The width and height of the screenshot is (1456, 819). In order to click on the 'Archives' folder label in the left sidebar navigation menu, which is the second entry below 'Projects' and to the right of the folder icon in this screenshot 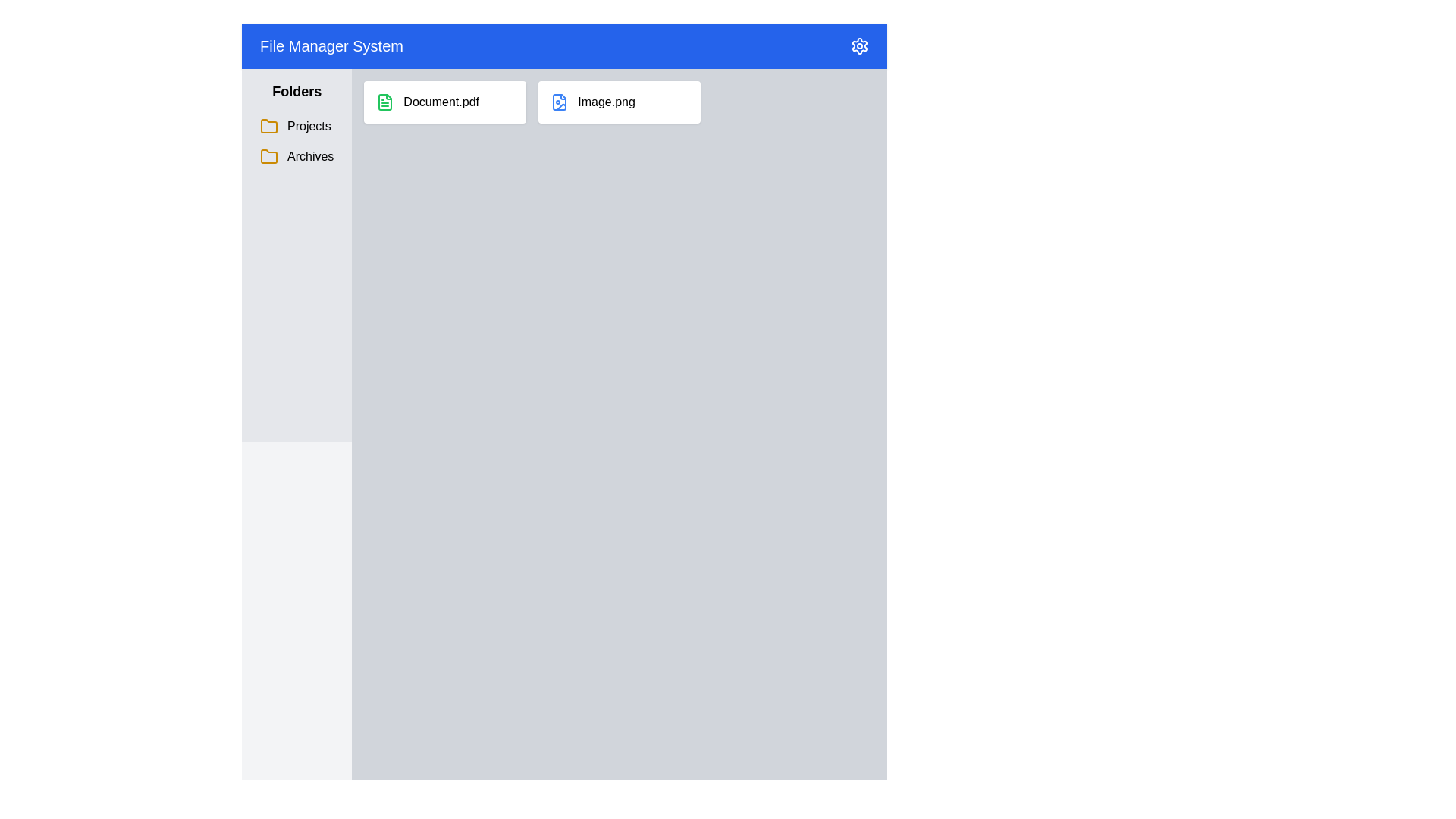, I will do `click(309, 157)`.